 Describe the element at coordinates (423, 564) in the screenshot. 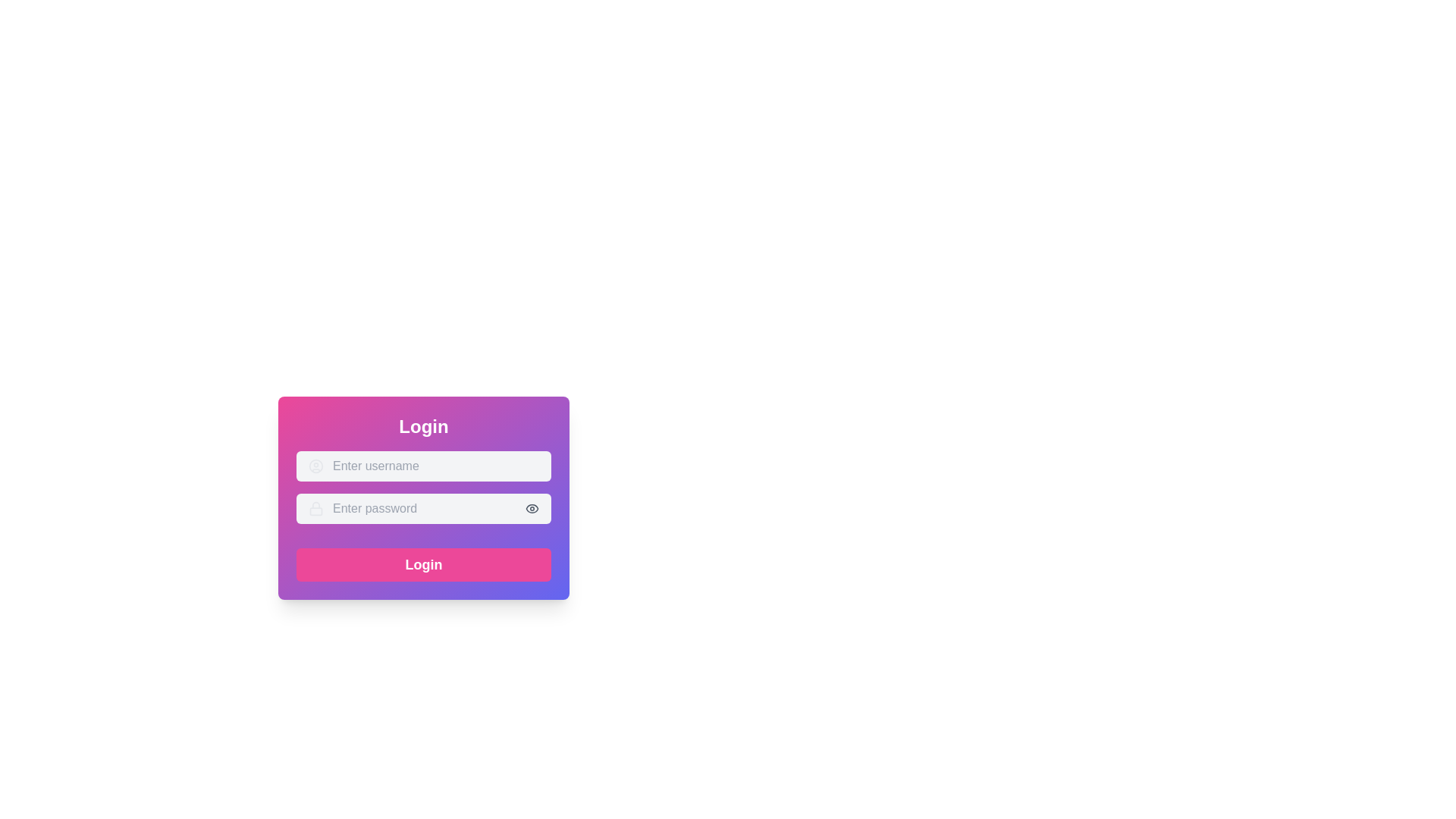

I see `the 'Login' button with rounded corners and a vibrant pink background` at that location.